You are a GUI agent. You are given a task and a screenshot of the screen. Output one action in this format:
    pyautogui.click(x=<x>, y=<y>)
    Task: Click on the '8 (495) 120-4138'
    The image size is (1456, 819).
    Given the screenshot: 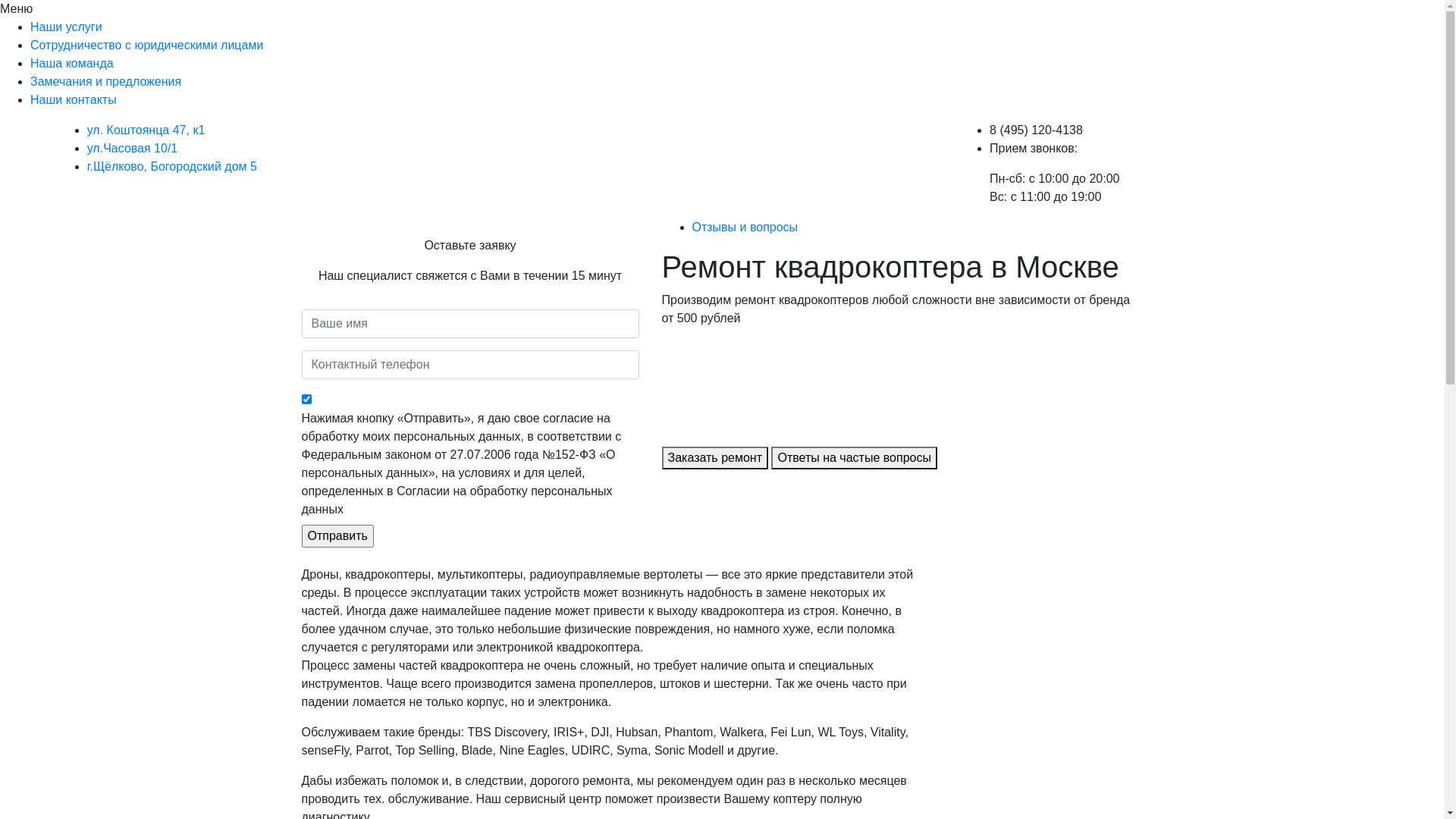 What is the action you would take?
    pyautogui.click(x=1035, y=129)
    